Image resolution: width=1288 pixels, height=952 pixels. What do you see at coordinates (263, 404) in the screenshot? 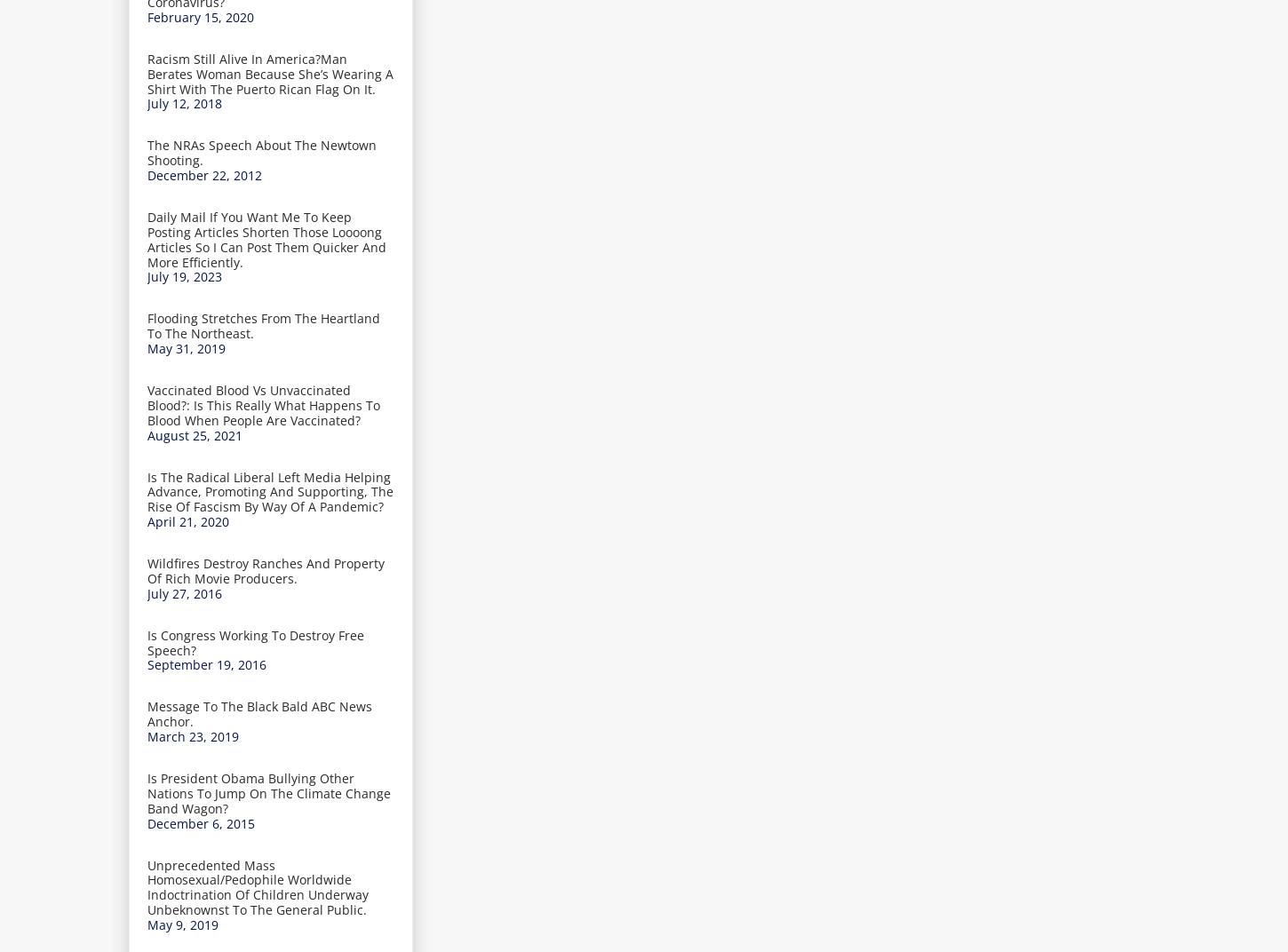
I see `'Vaccinated Blood Vs Unvaccinated Blood?: Is This Really What Happens To Blood When People Are Vaccinated?'` at bounding box center [263, 404].